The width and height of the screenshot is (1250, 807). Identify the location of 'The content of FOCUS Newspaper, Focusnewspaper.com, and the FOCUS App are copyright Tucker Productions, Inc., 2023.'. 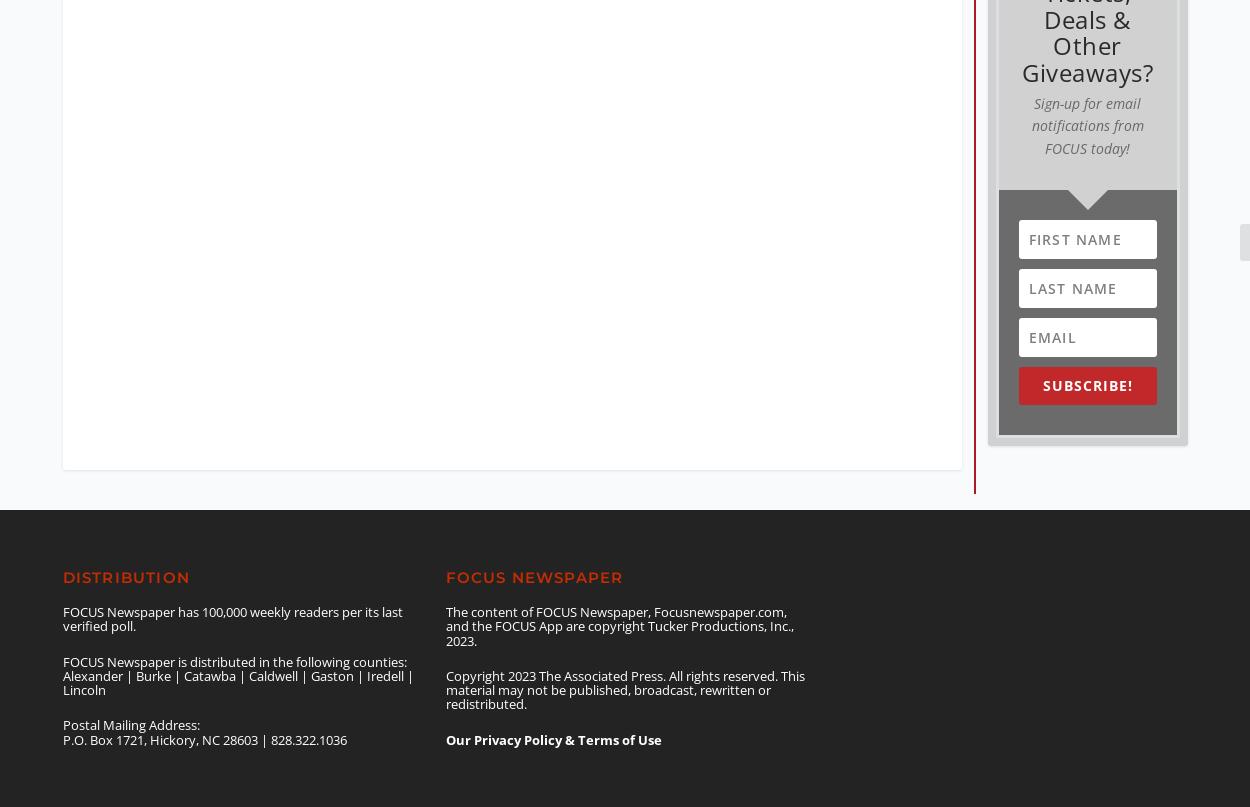
(618, 607).